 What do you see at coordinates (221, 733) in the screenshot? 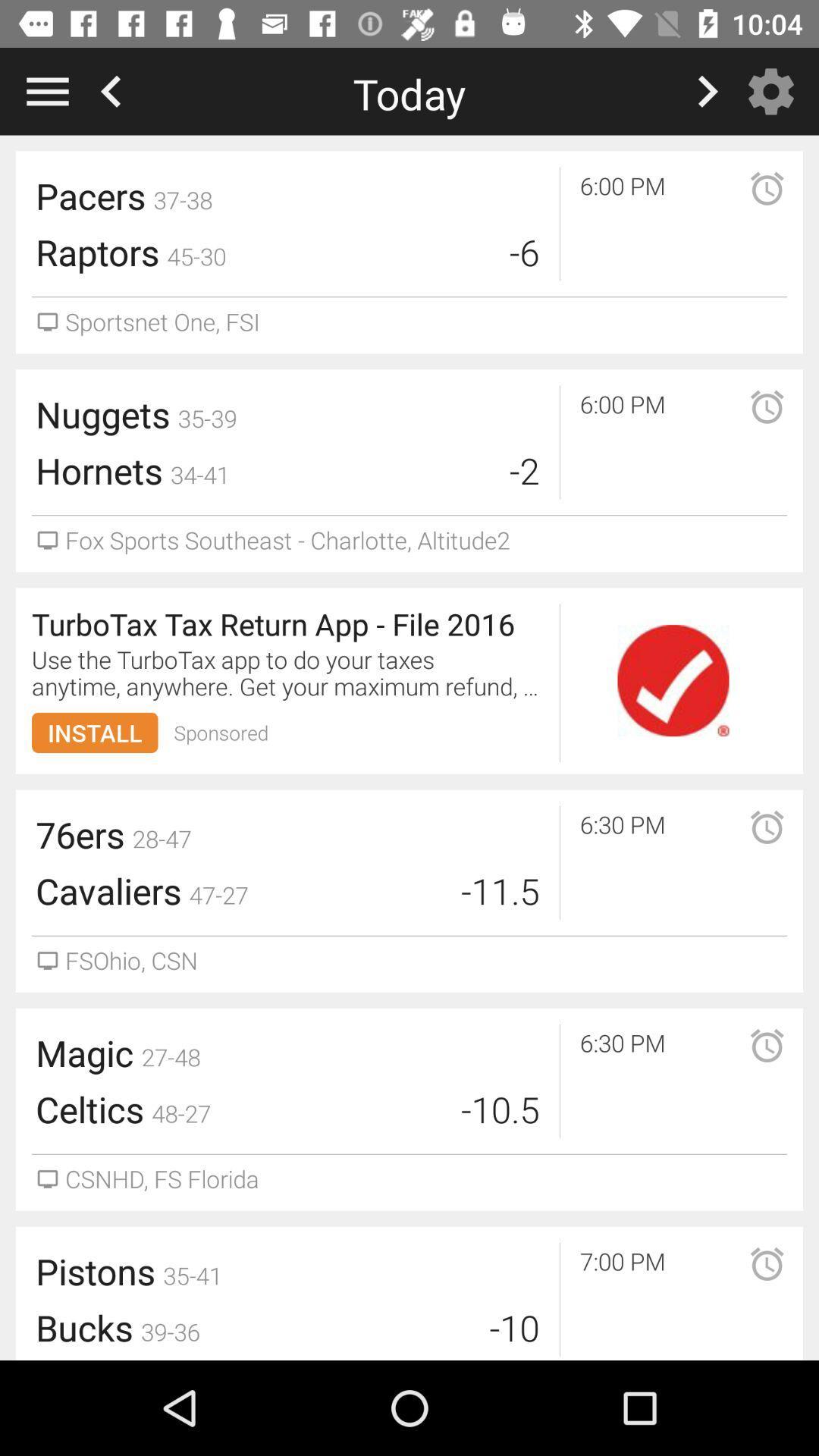
I see `the sponsored icon` at bounding box center [221, 733].